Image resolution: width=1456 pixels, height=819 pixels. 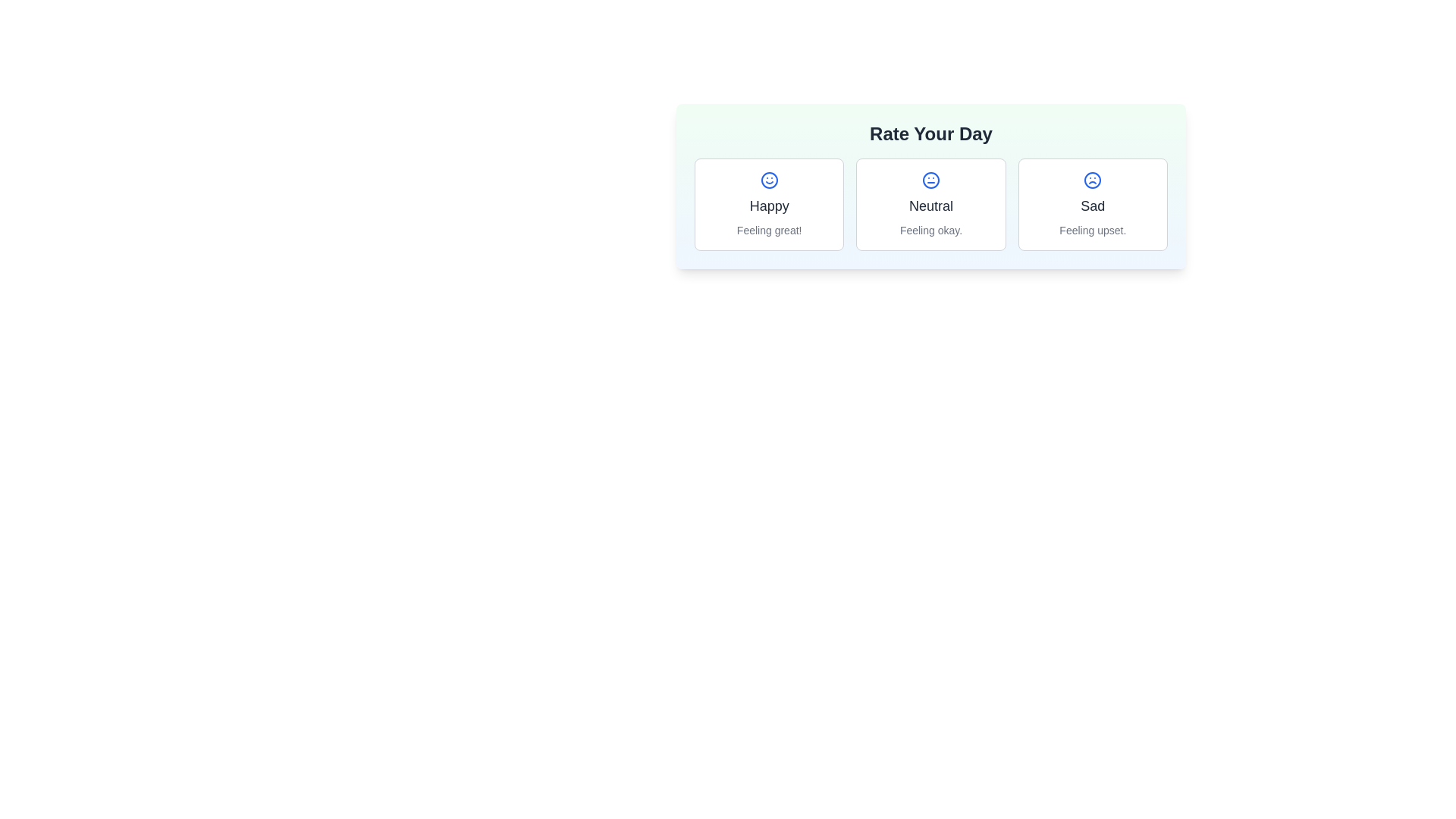 I want to click on the 'Happy' rating icon in the user feedback interface, located centrally within the leftmost card labeled 'Happy', directly above the text 'Feeling great!', so click(x=769, y=180).